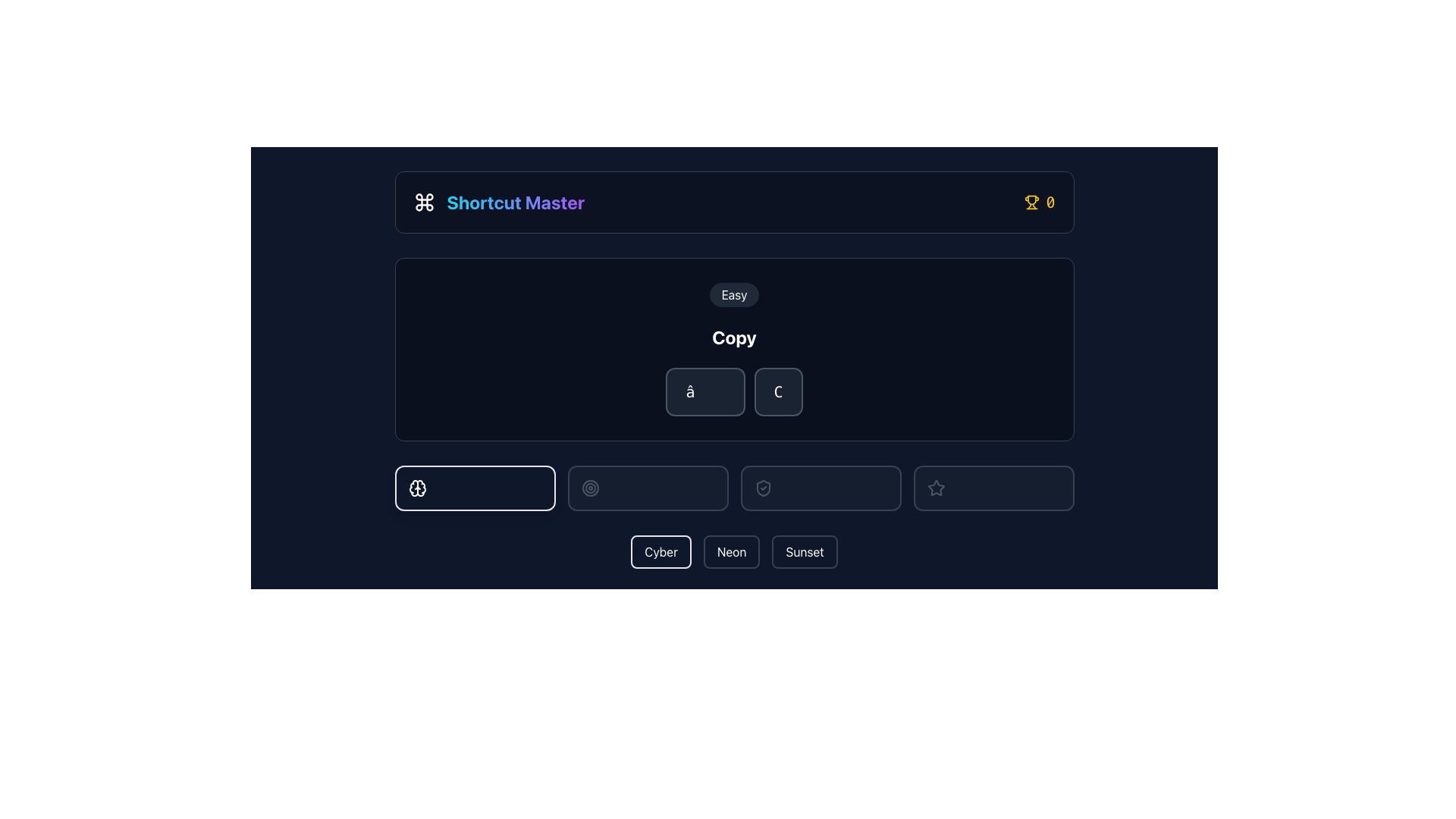  Describe the element at coordinates (734, 295) in the screenshot. I see `the text label that displays the word 'Easy' in cyan color, which is located inside a rounded rectangular badge with a dark gray background, situated near the top-center of the interface` at that location.